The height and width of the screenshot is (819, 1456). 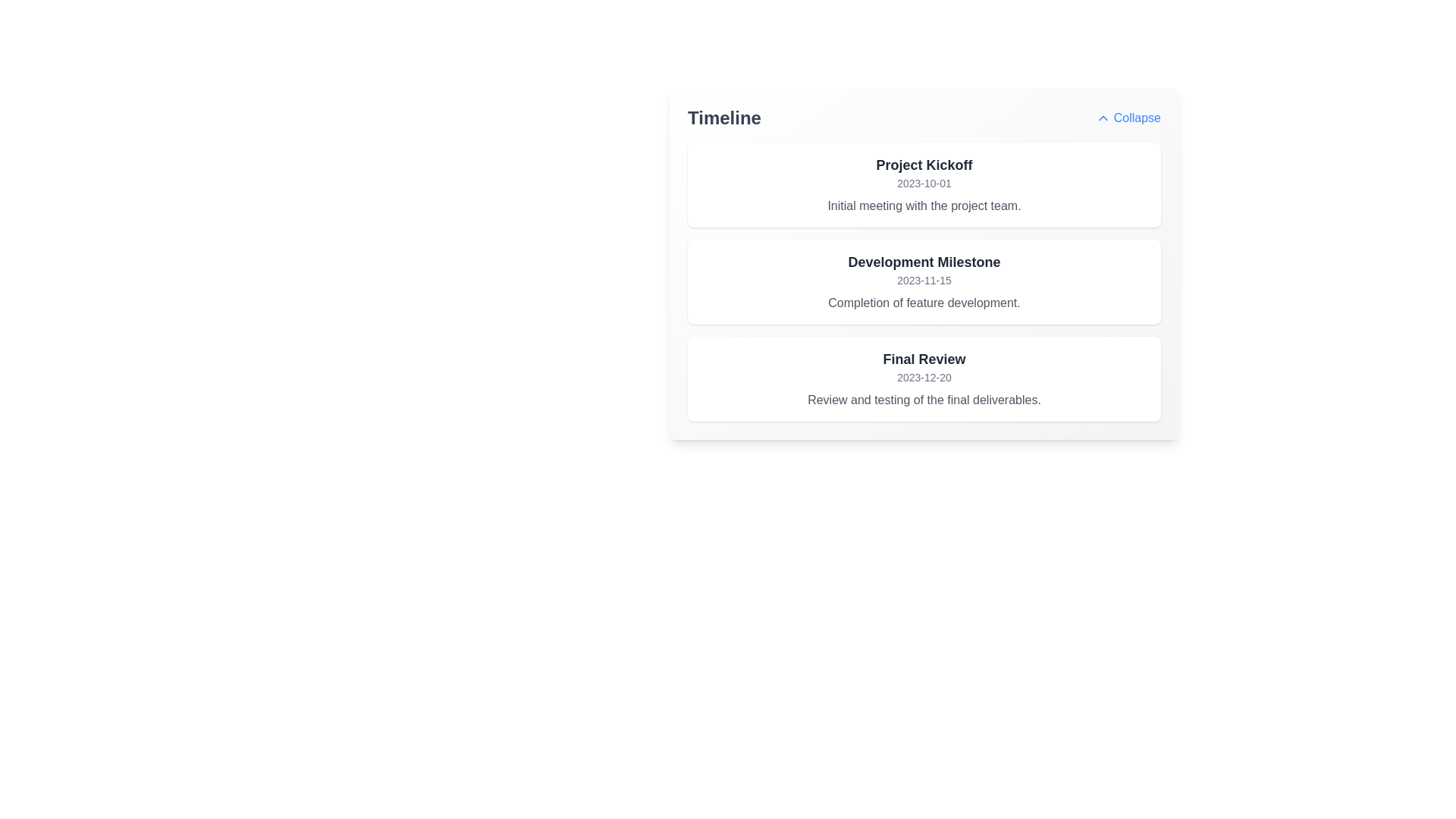 I want to click on the date text label that indicates a deadline or milestone, located below the title 'Final Review' and above the description text in the timeline card interface, so click(x=924, y=376).